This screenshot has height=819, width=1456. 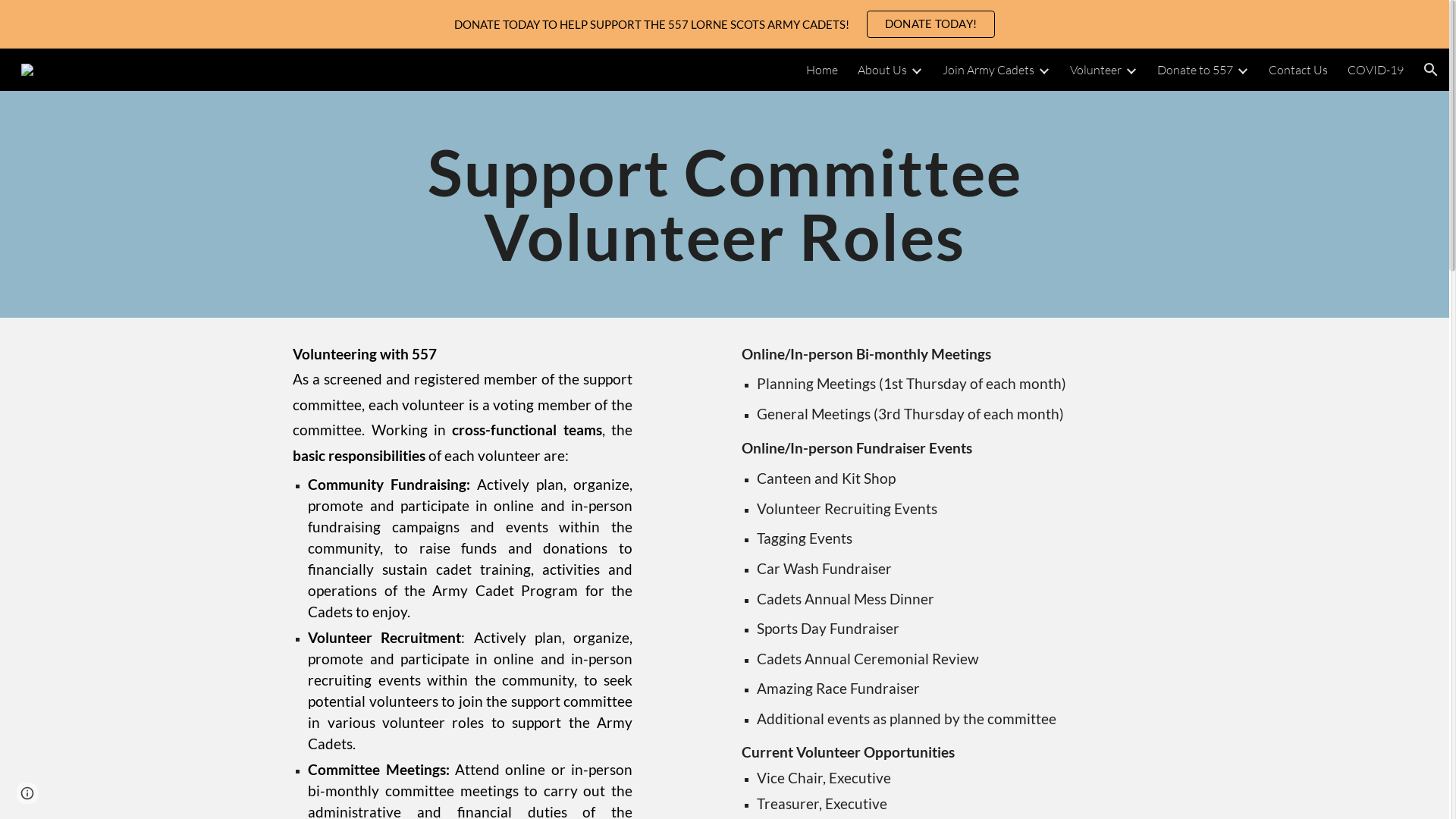 I want to click on 'Expand/Collapse', so click(x=915, y=70).